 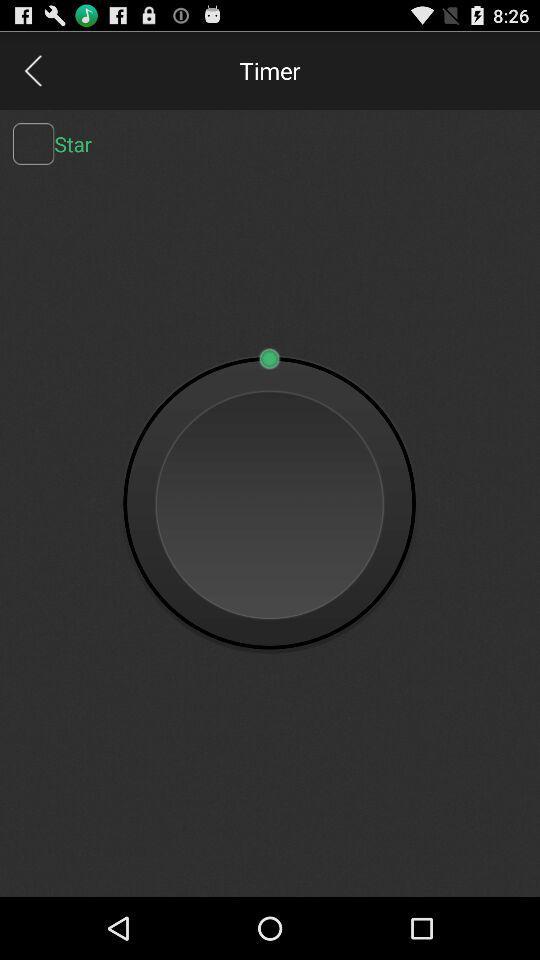 I want to click on back page, so click(x=31, y=70).